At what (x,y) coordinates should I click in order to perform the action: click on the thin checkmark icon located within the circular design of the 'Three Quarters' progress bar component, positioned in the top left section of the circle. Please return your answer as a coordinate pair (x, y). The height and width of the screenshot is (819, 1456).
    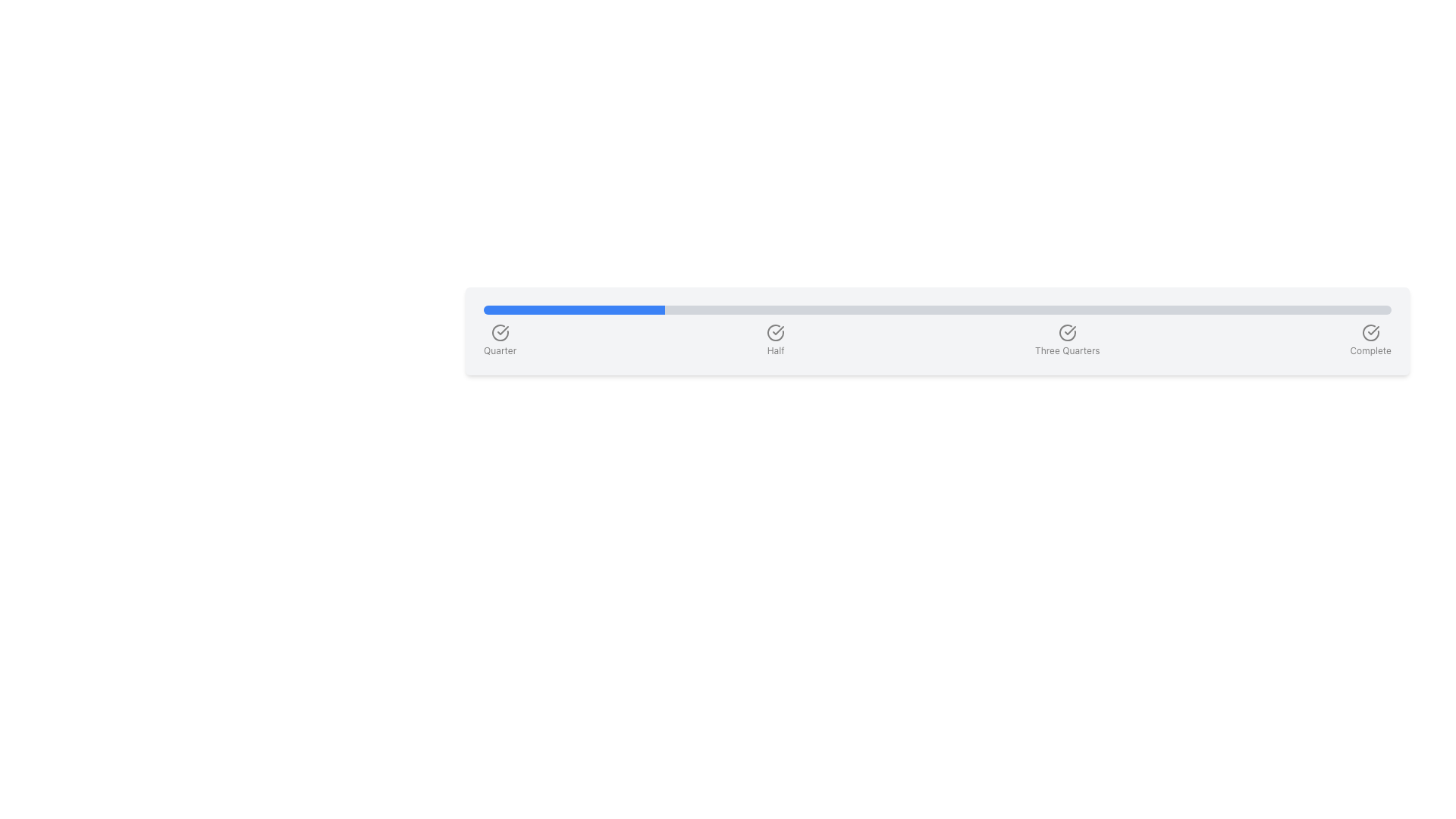
    Looking at the image, I should click on (1069, 329).